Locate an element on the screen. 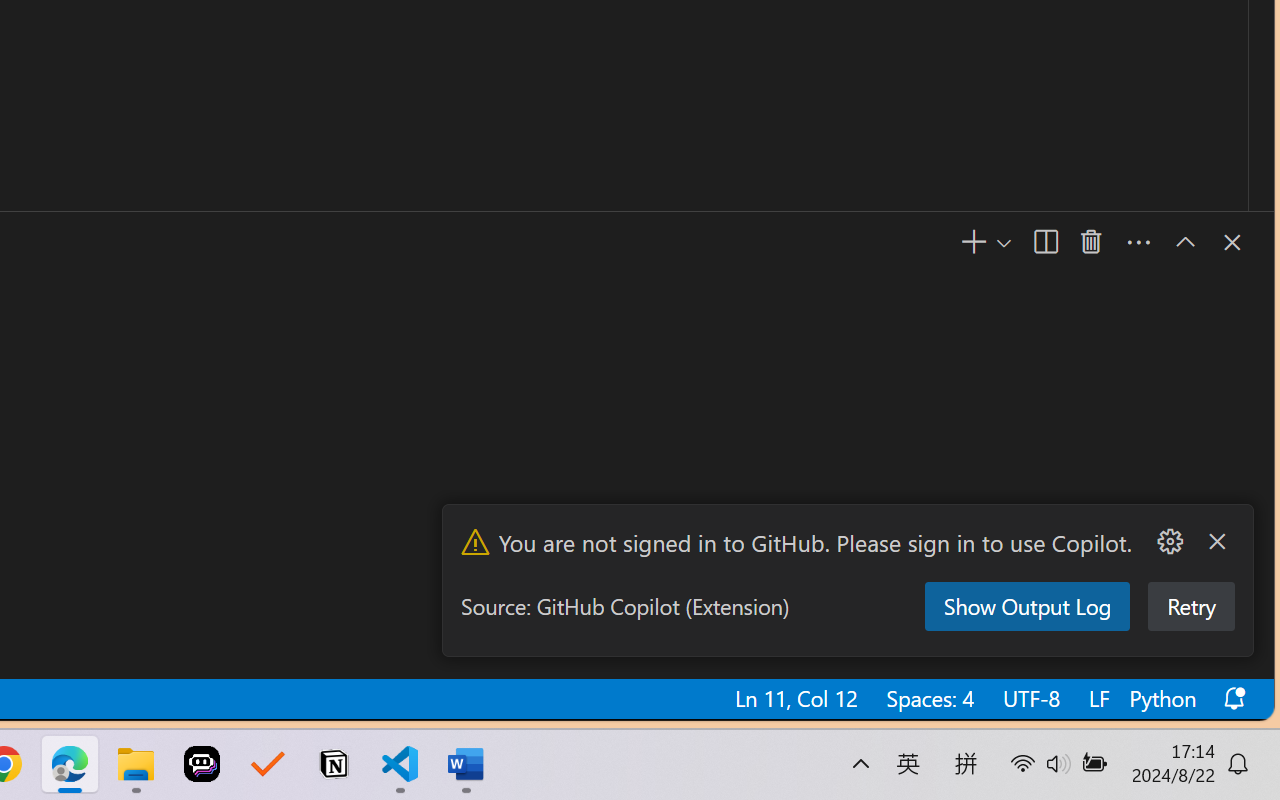 This screenshot has width=1280, height=800. 'Kill Terminal' is located at coordinates (1090, 242).